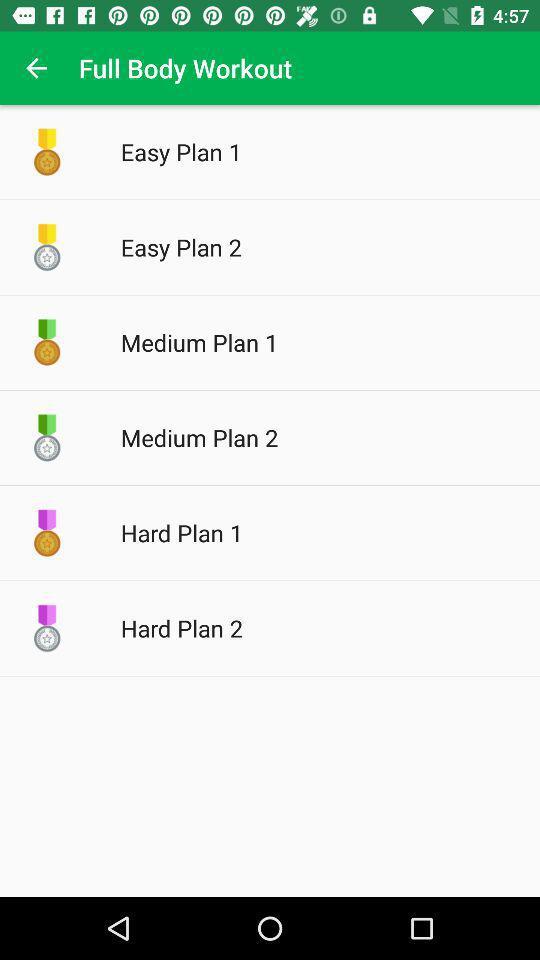  What do you see at coordinates (47, 437) in the screenshot?
I see `the icon which is left side of the medium plan 2` at bounding box center [47, 437].